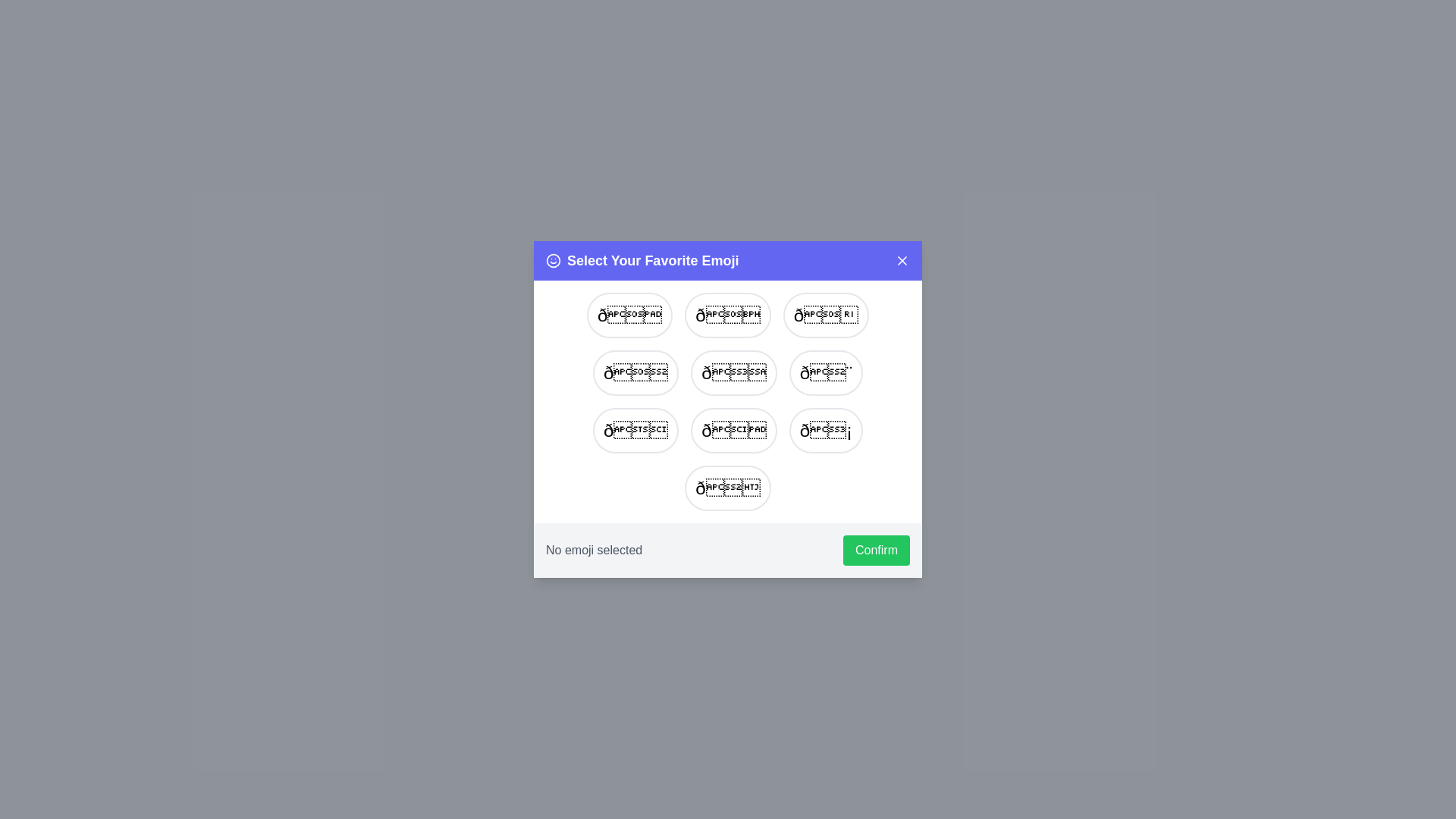  Describe the element at coordinates (629, 315) in the screenshot. I see `the emoji 😀 from the list` at that location.